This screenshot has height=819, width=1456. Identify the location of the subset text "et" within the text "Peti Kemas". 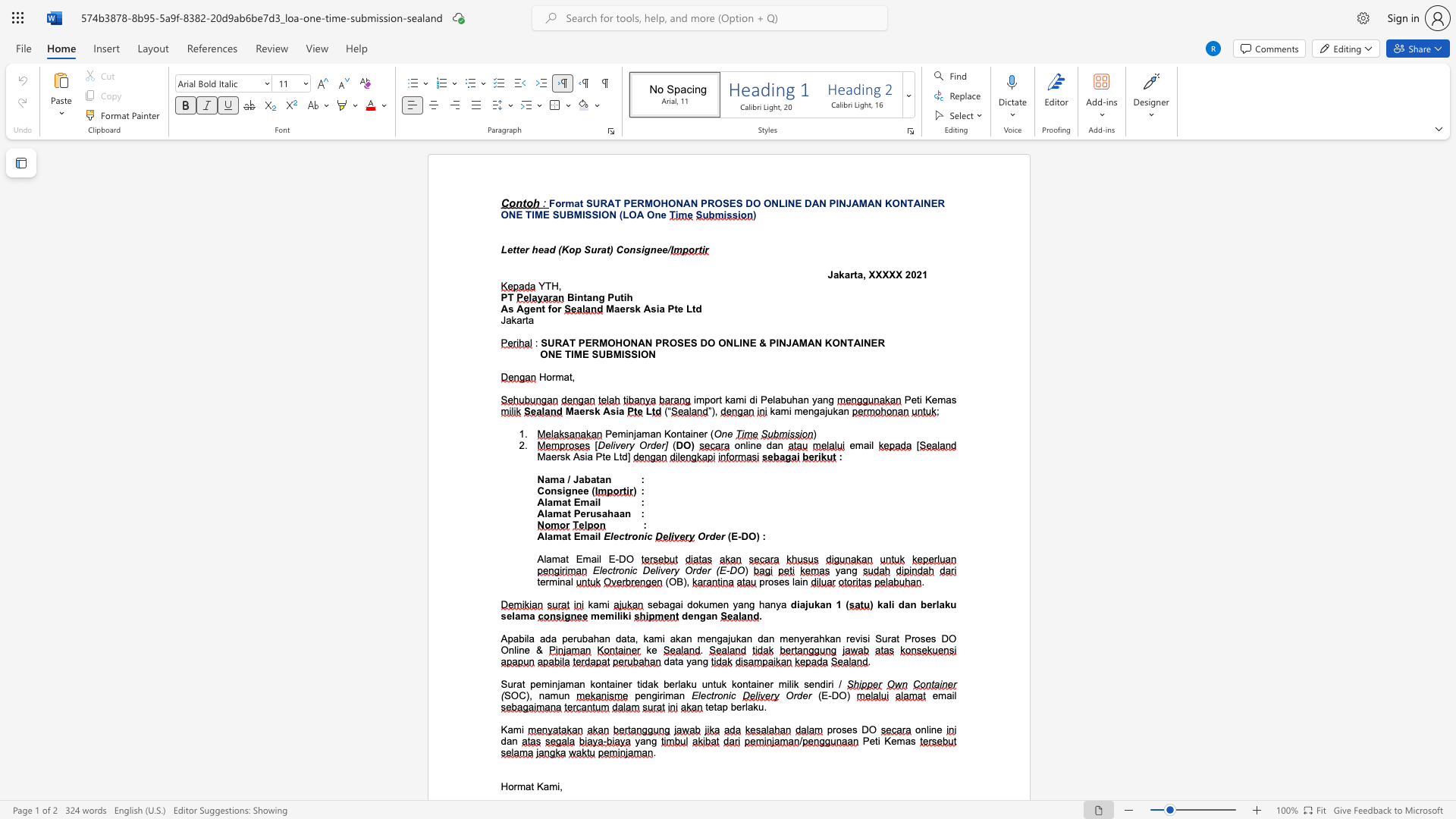
(869, 740).